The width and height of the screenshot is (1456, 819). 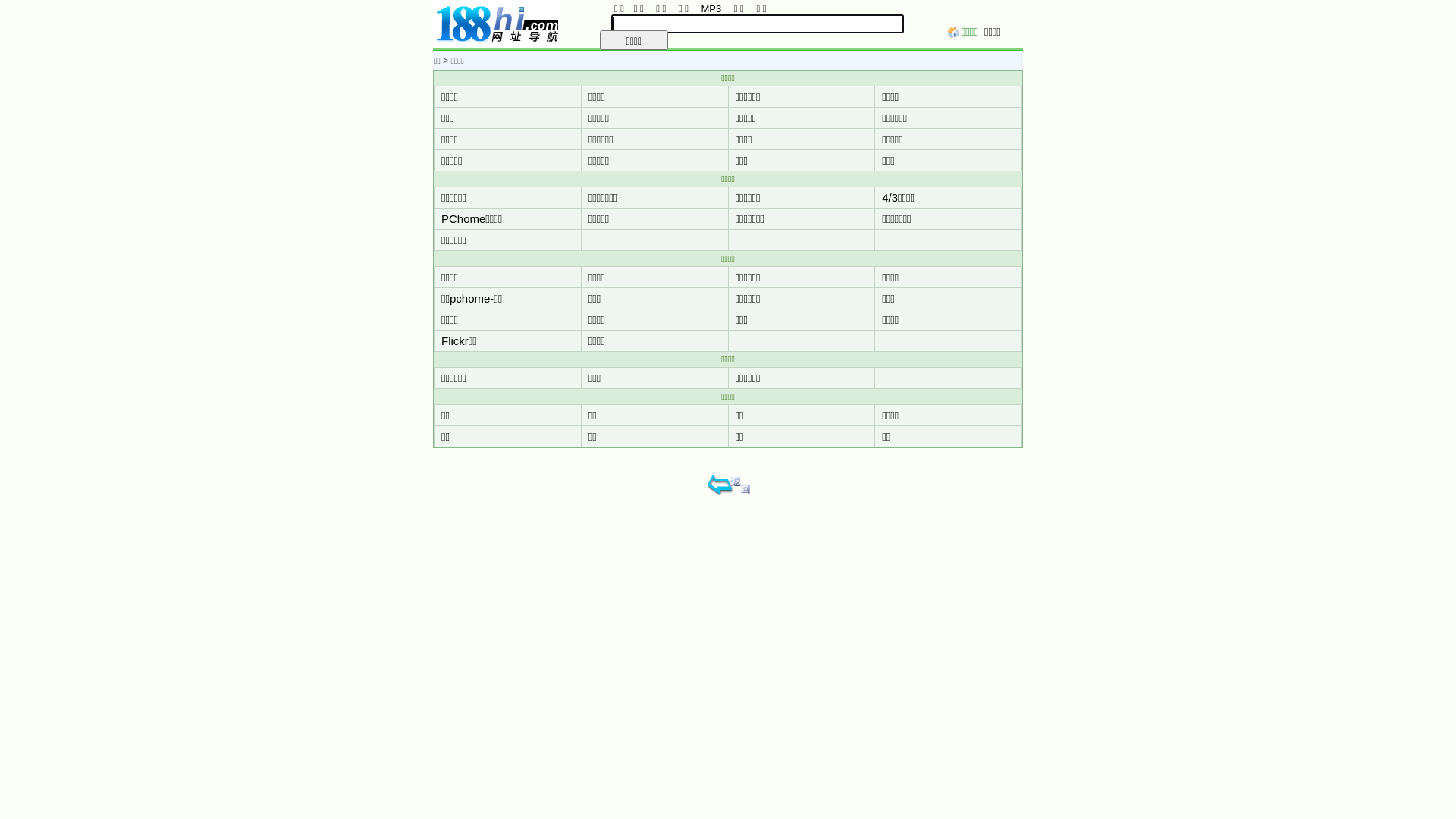 I want to click on 'MP3', so click(x=697, y=8).